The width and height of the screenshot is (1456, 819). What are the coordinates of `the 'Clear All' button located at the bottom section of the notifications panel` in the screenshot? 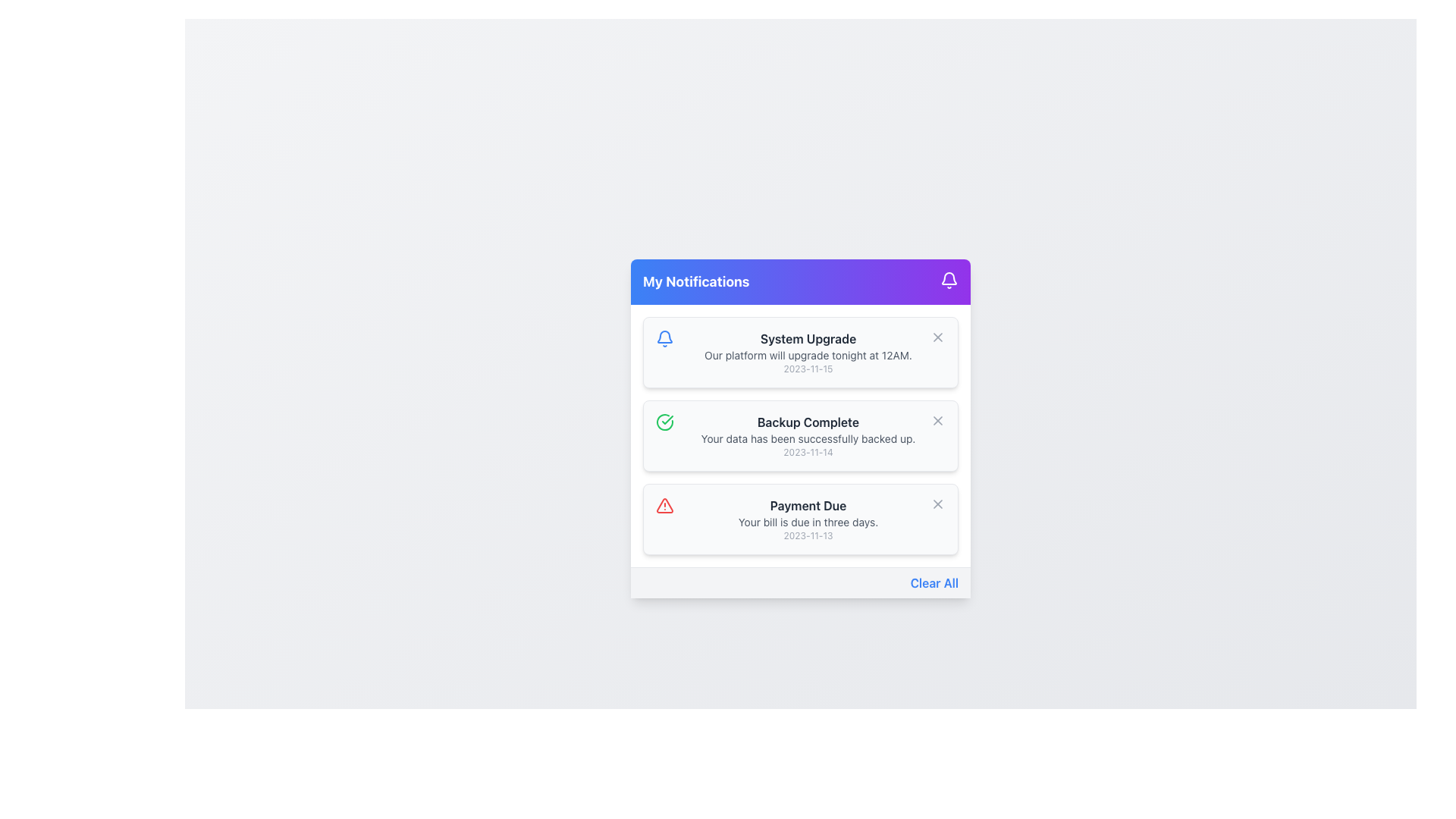 It's located at (934, 582).